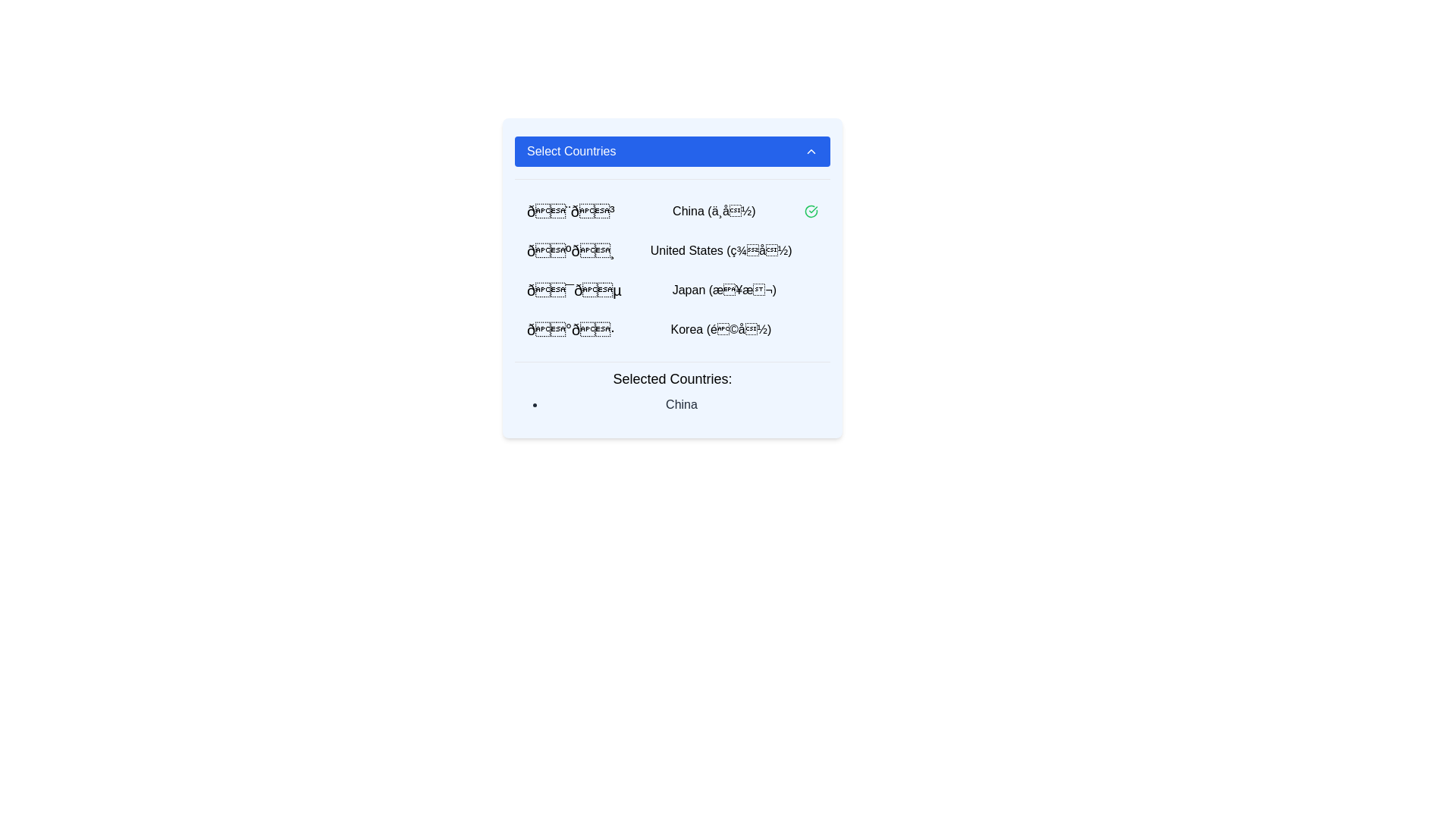 Image resolution: width=1456 pixels, height=819 pixels. What do you see at coordinates (723, 290) in the screenshot?
I see `the text label 'Japan (日本)' in the dropdown menu` at bounding box center [723, 290].